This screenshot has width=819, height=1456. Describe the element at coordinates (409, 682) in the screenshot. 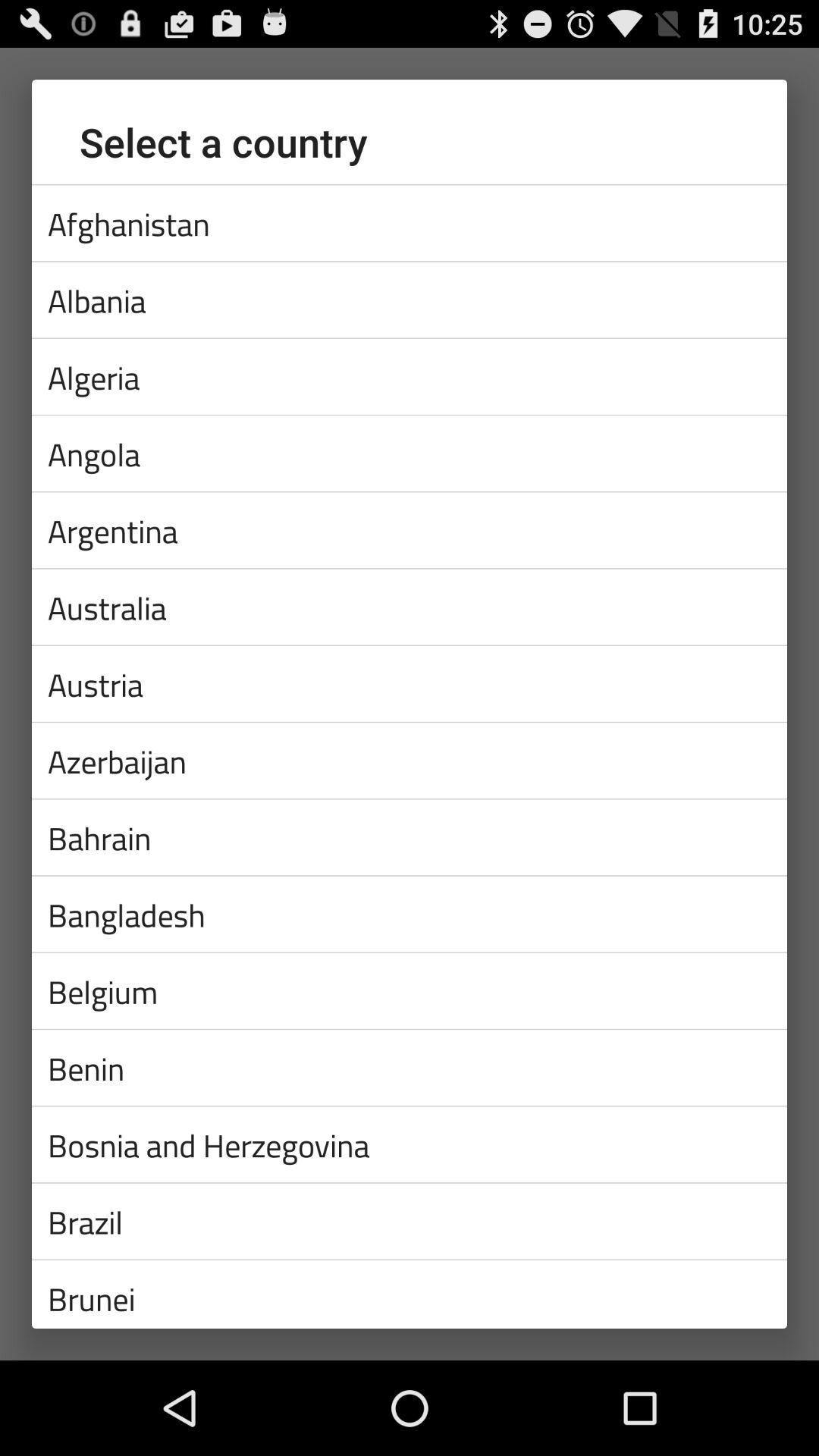

I see `the austria` at that location.